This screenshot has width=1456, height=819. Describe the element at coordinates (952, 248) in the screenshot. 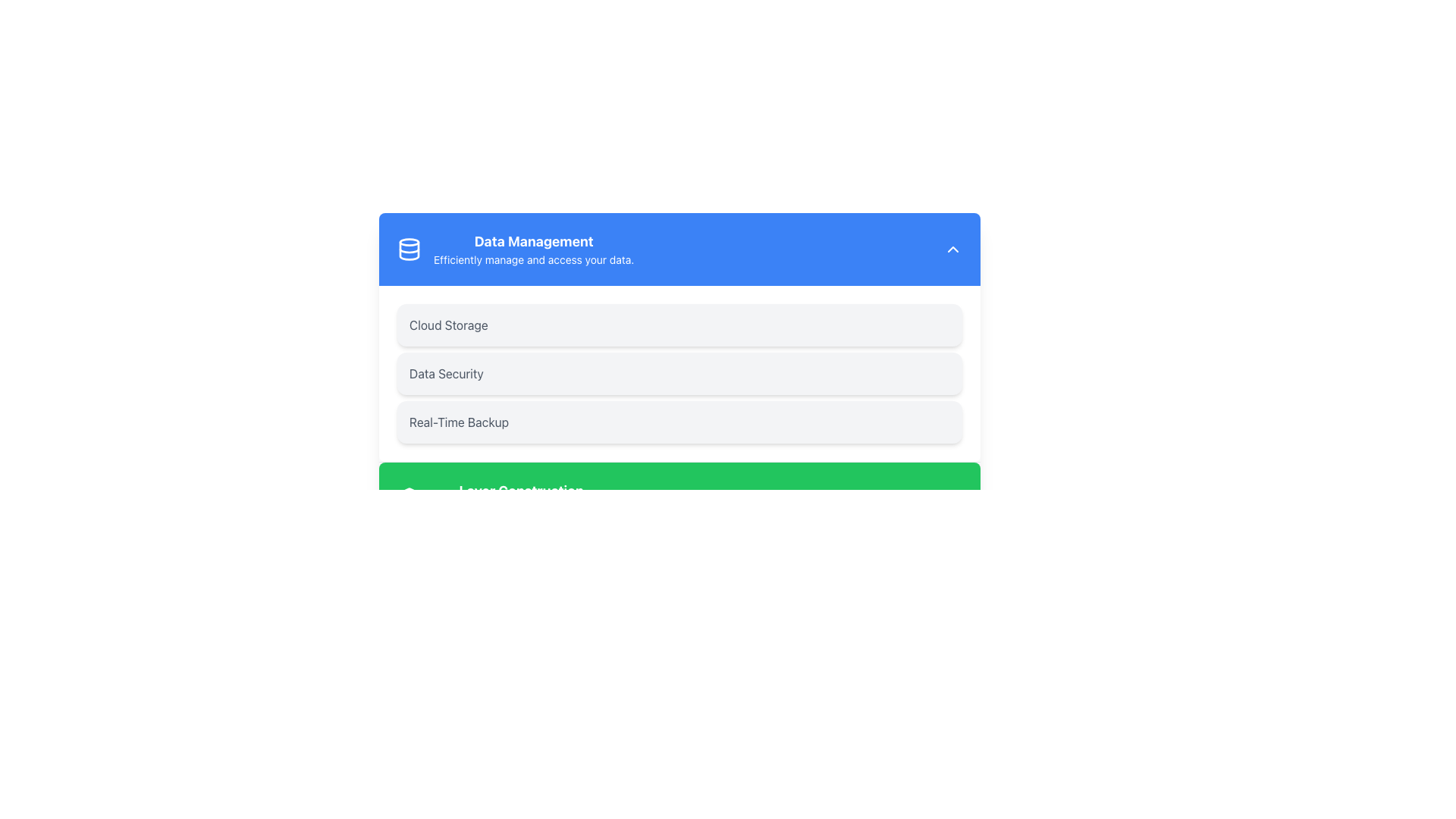

I see `the upward-facing arrow icon, which is a small triangular icon with a white outline on a rounded blue background, located in the top-right corner of the blue header bar next to 'Data Management'` at that location.